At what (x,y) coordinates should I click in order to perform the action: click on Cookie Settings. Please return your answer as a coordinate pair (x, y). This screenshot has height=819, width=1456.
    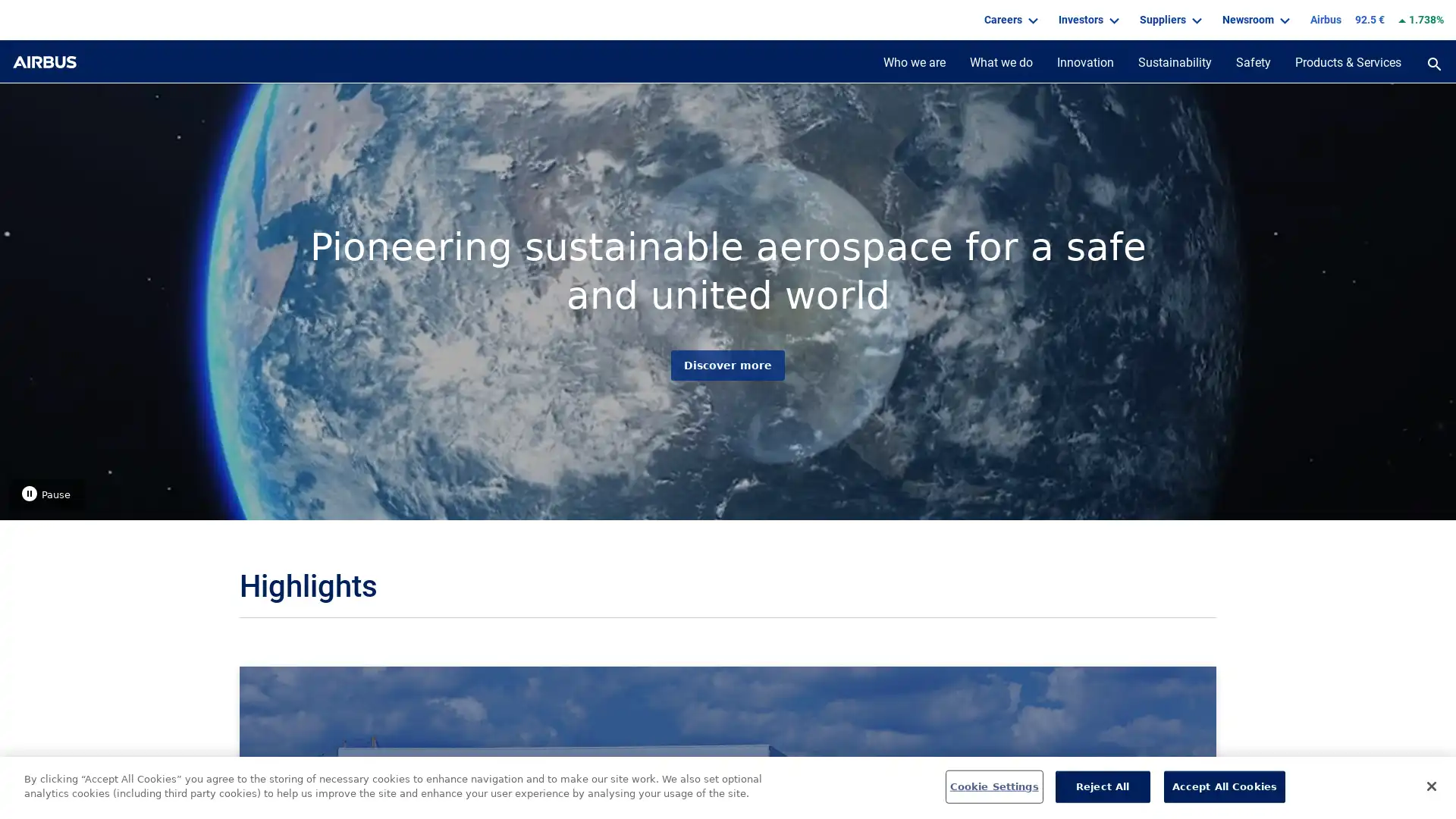
    Looking at the image, I should click on (993, 786).